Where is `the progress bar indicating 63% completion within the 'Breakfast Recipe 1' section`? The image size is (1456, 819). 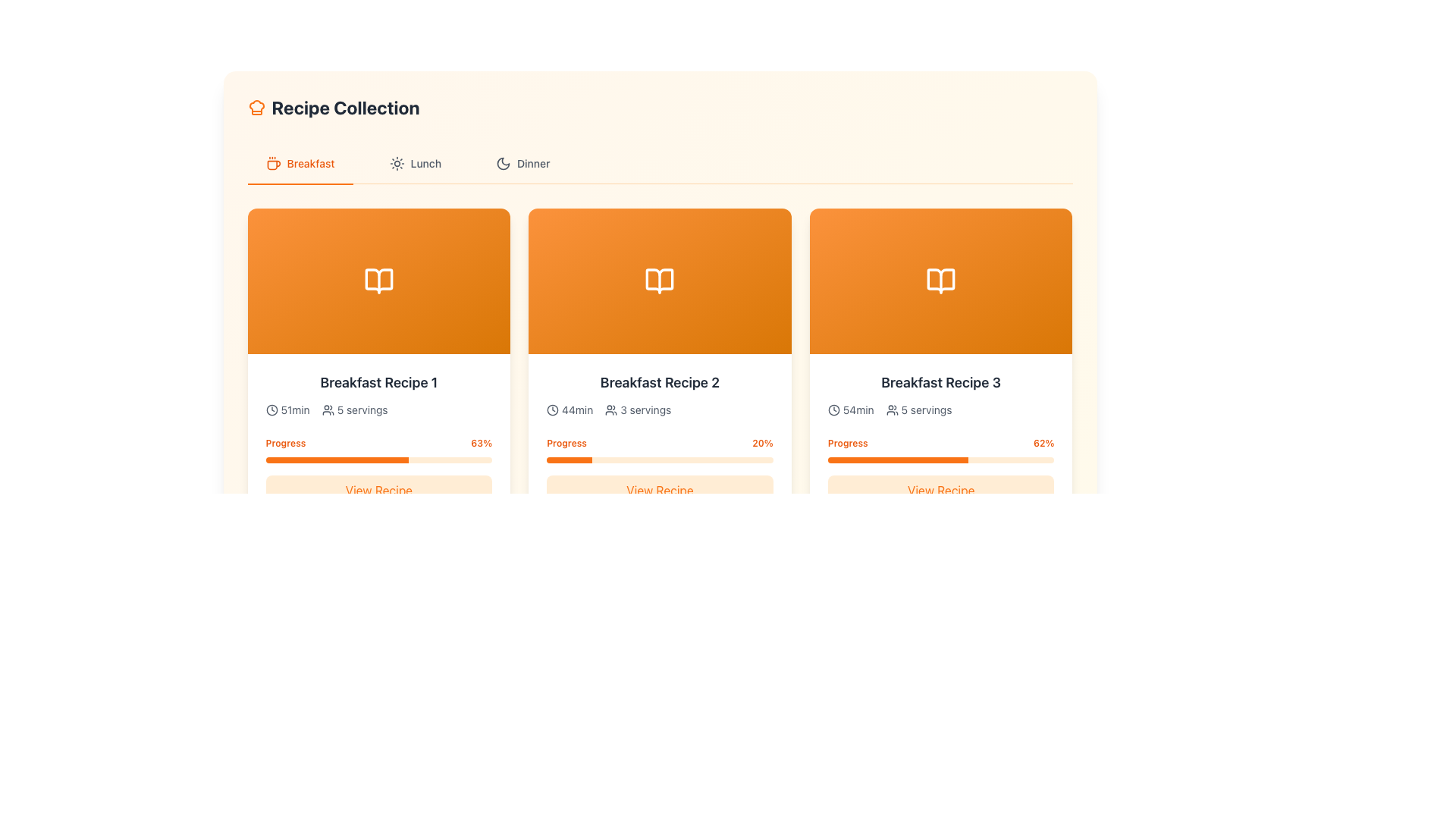 the progress bar indicating 63% completion within the 'Breakfast Recipe 1' section is located at coordinates (378, 446).